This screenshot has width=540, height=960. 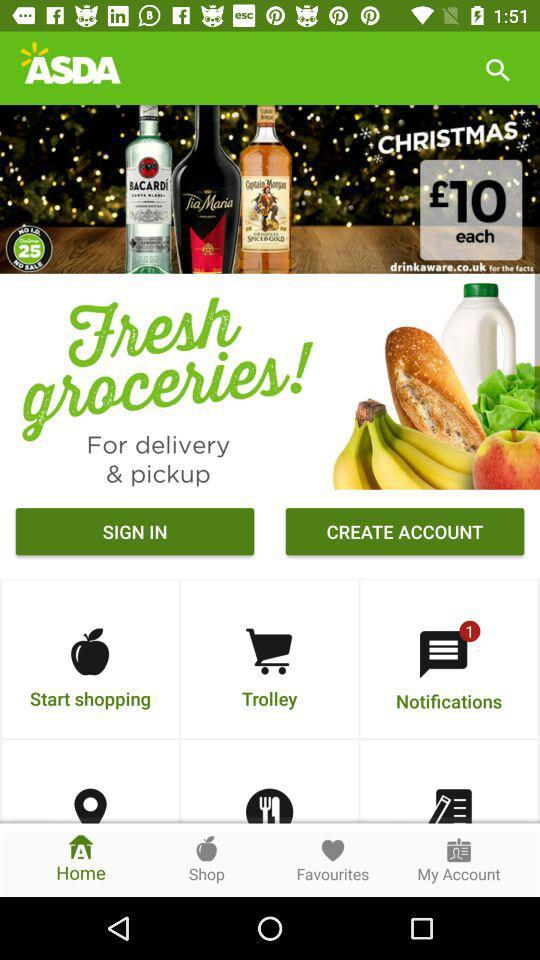 I want to click on icon above the 1, so click(x=405, y=533).